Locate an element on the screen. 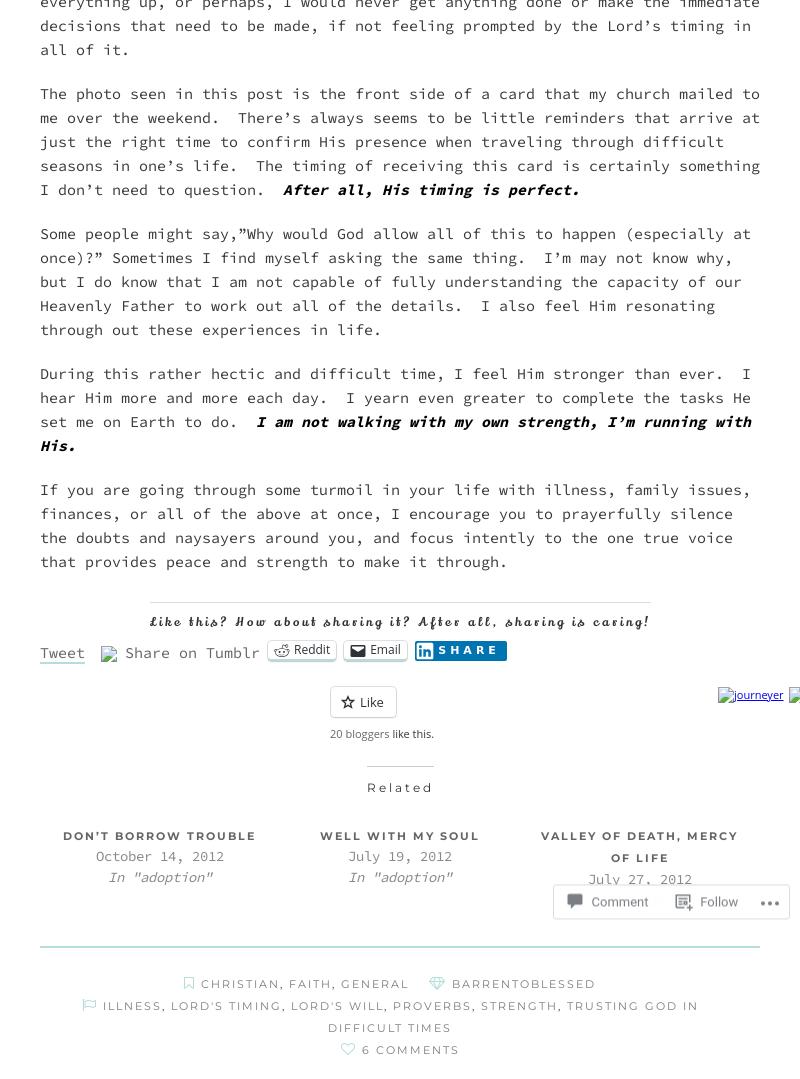 The image size is (800, 1079). 'I am not walking with my own strength, I’m running with His.' is located at coordinates (394, 433).